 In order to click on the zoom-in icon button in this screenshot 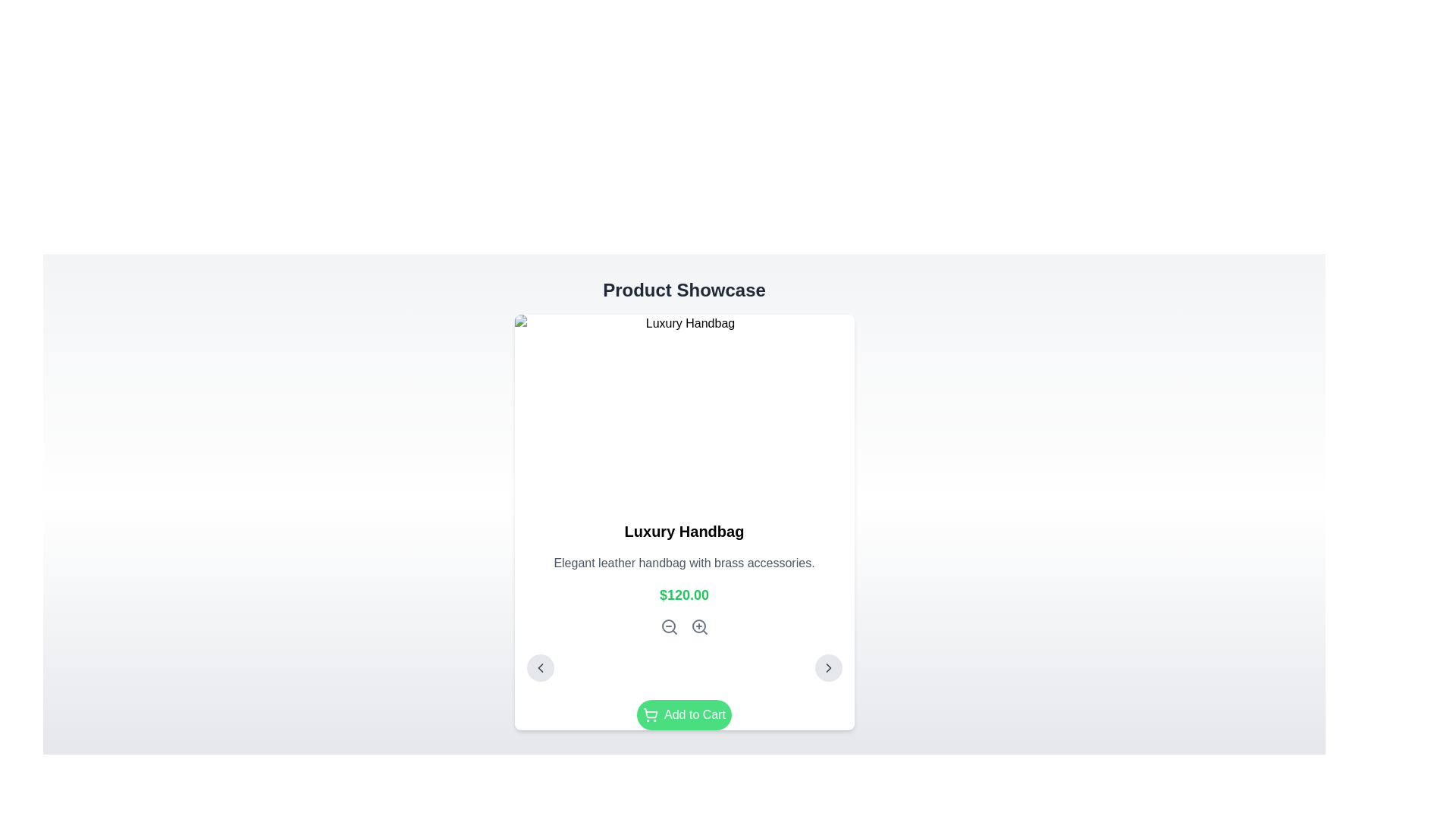, I will do `click(698, 626)`.